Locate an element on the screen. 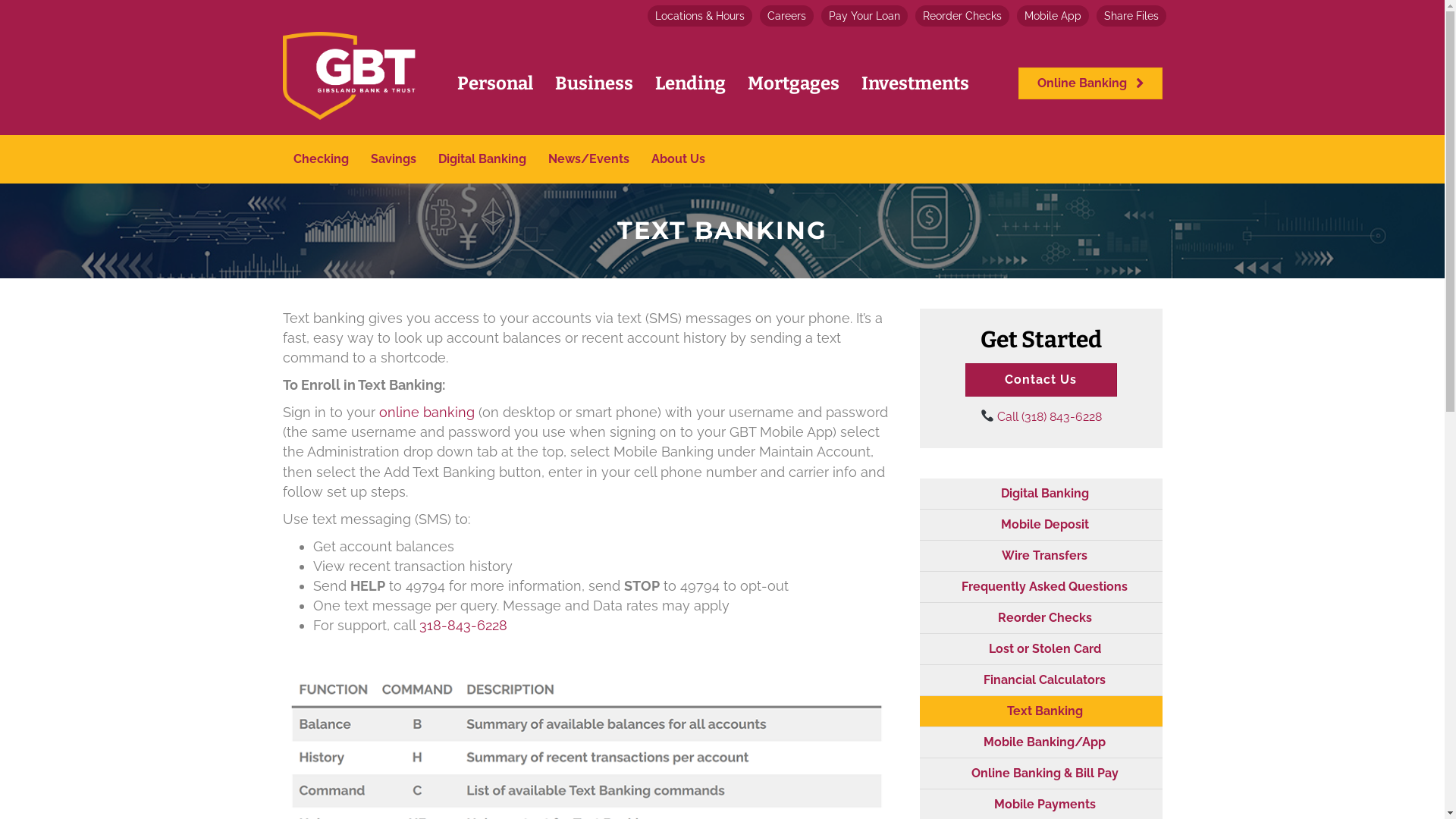 The width and height of the screenshot is (1456, 819). 'Savings' is located at coordinates (393, 158).